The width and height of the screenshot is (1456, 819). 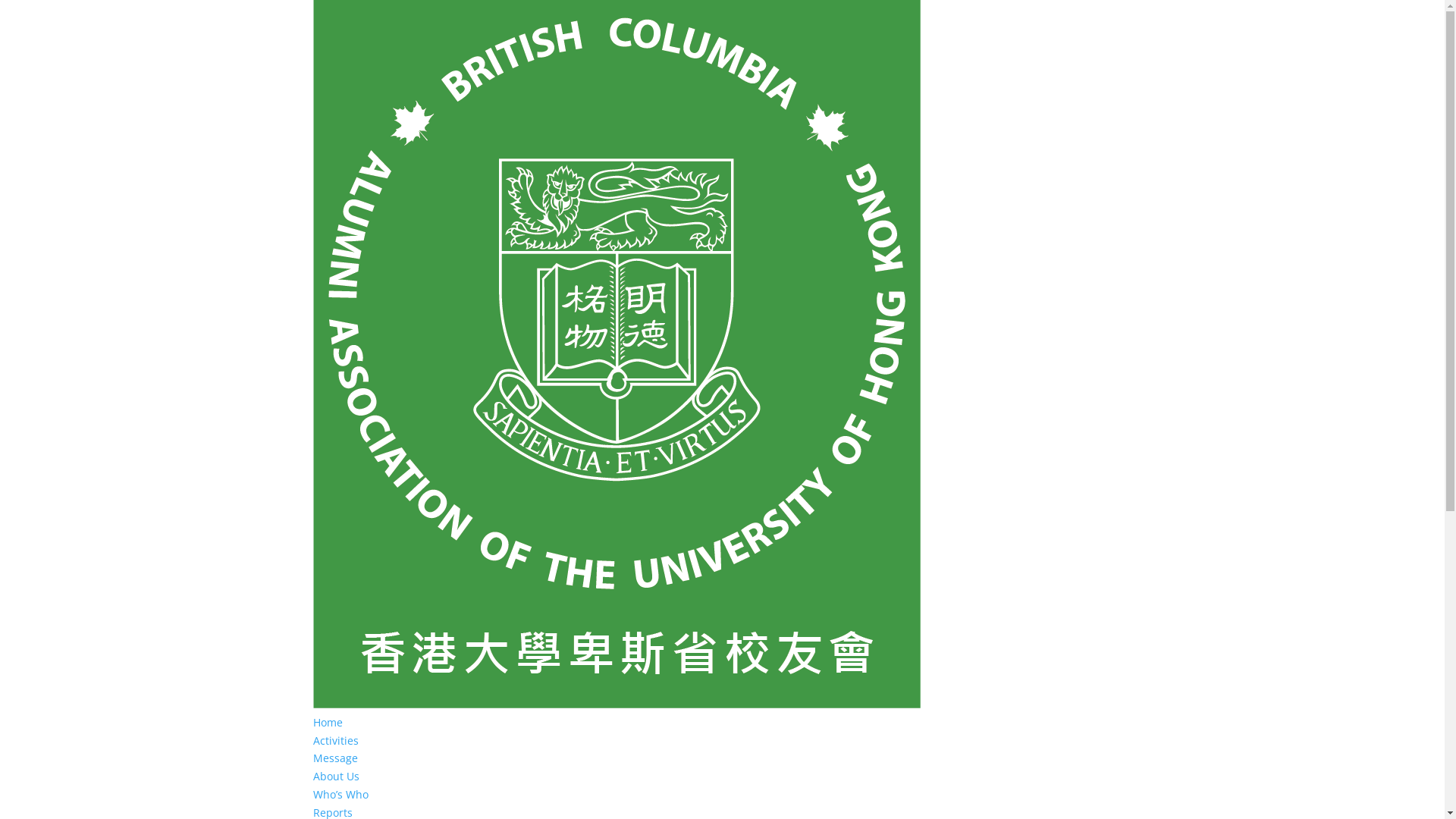 What do you see at coordinates (312, 758) in the screenshot?
I see `'Message'` at bounding box center [312, 758].